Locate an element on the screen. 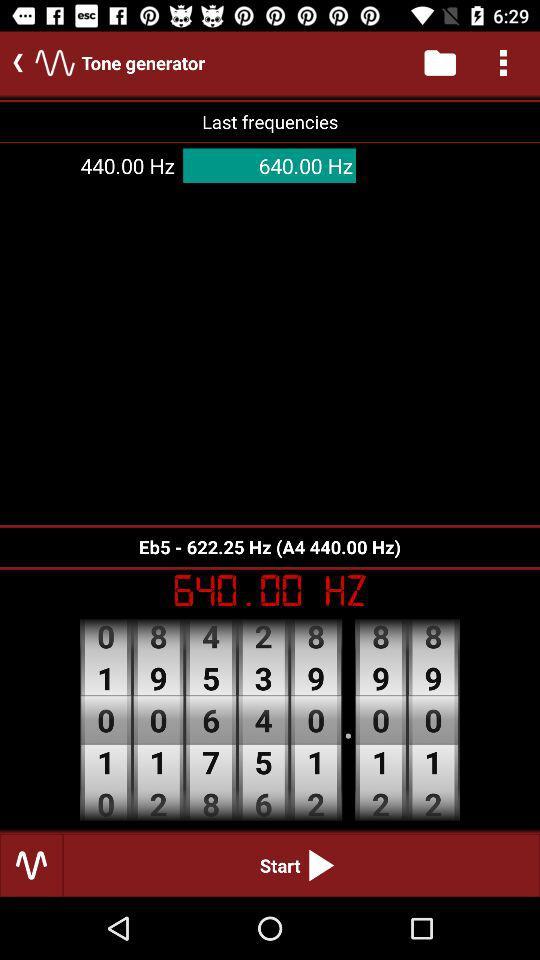 The image size is (540, 960). eb5 622 25 item is located at coordinates (270, 547).